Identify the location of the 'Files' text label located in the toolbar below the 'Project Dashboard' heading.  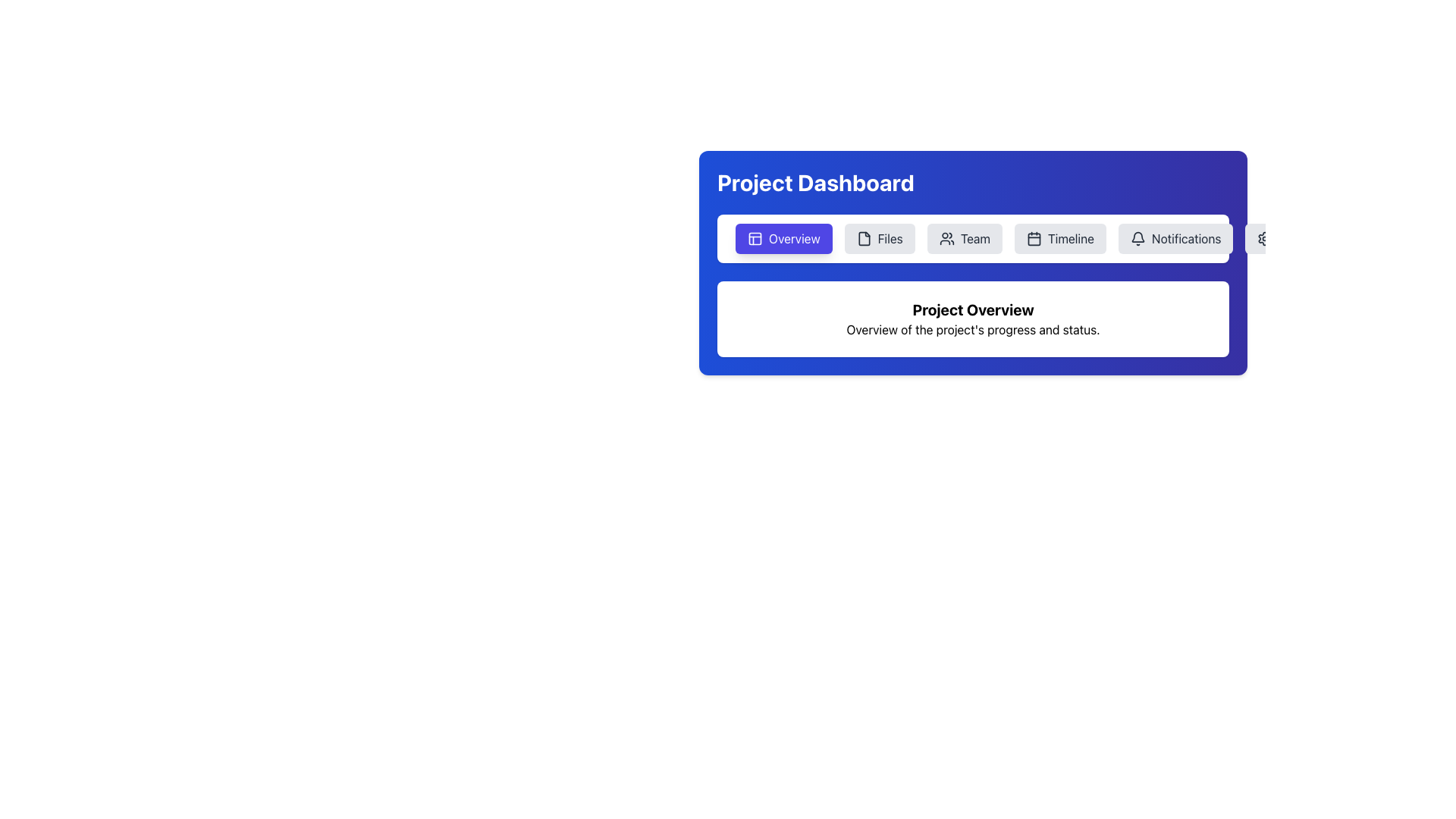
(890, 239).